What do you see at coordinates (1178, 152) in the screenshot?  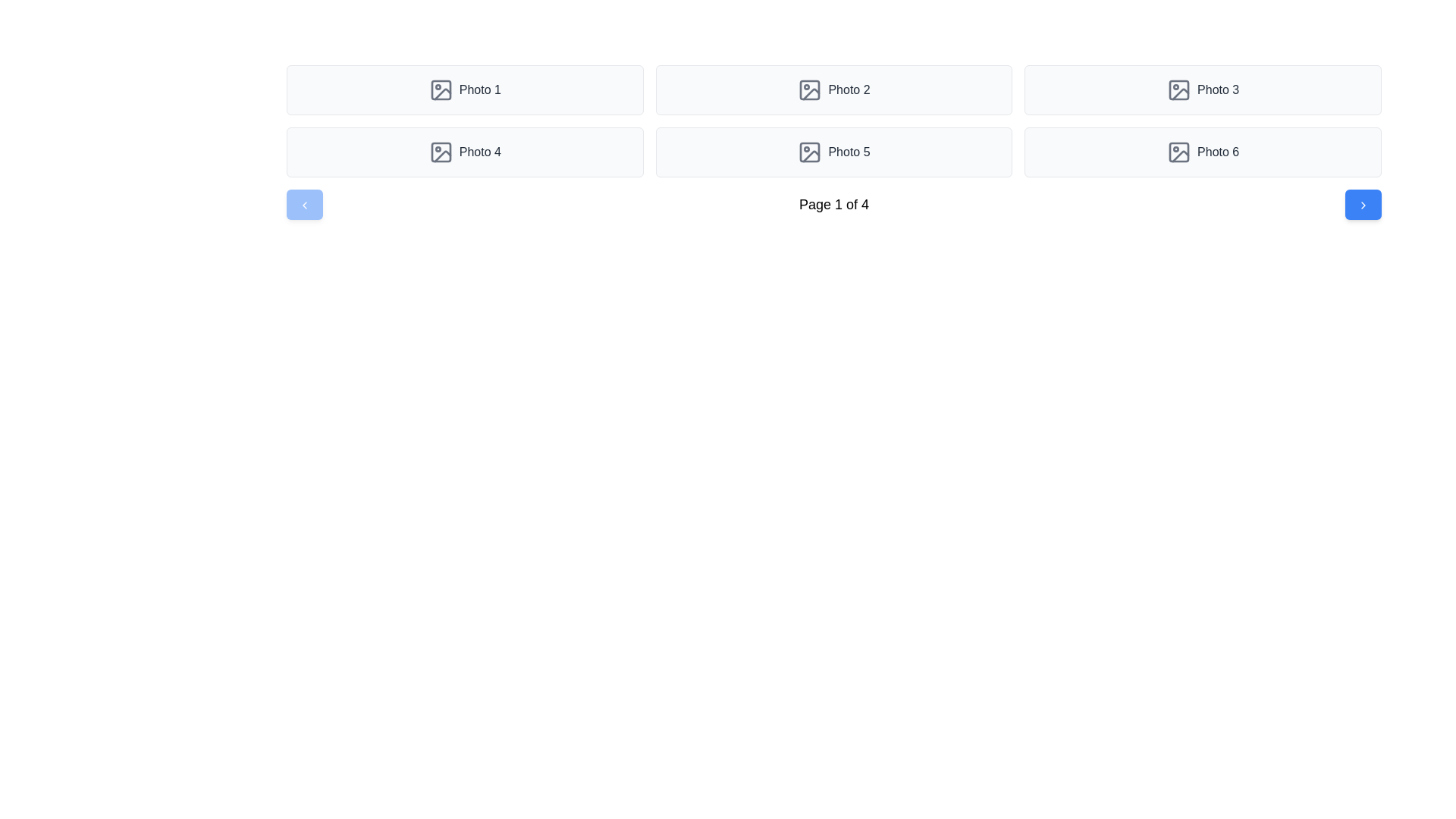 I see `the image placeholder icon representing 'Photo 6' in the bottom right of the grid` at bounding box center [1178, 152].